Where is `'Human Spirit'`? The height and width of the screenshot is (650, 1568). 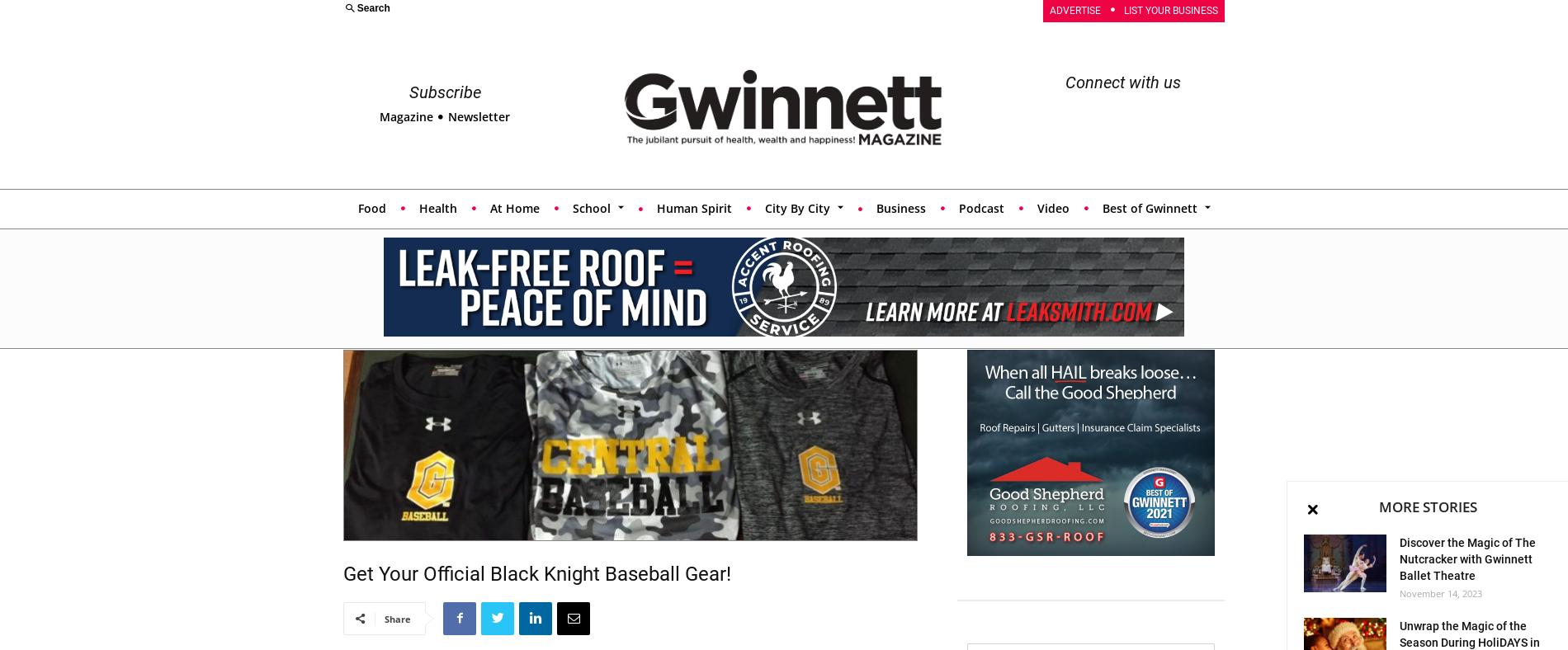 'Human Spirit' is located at coordinates (692, 206).